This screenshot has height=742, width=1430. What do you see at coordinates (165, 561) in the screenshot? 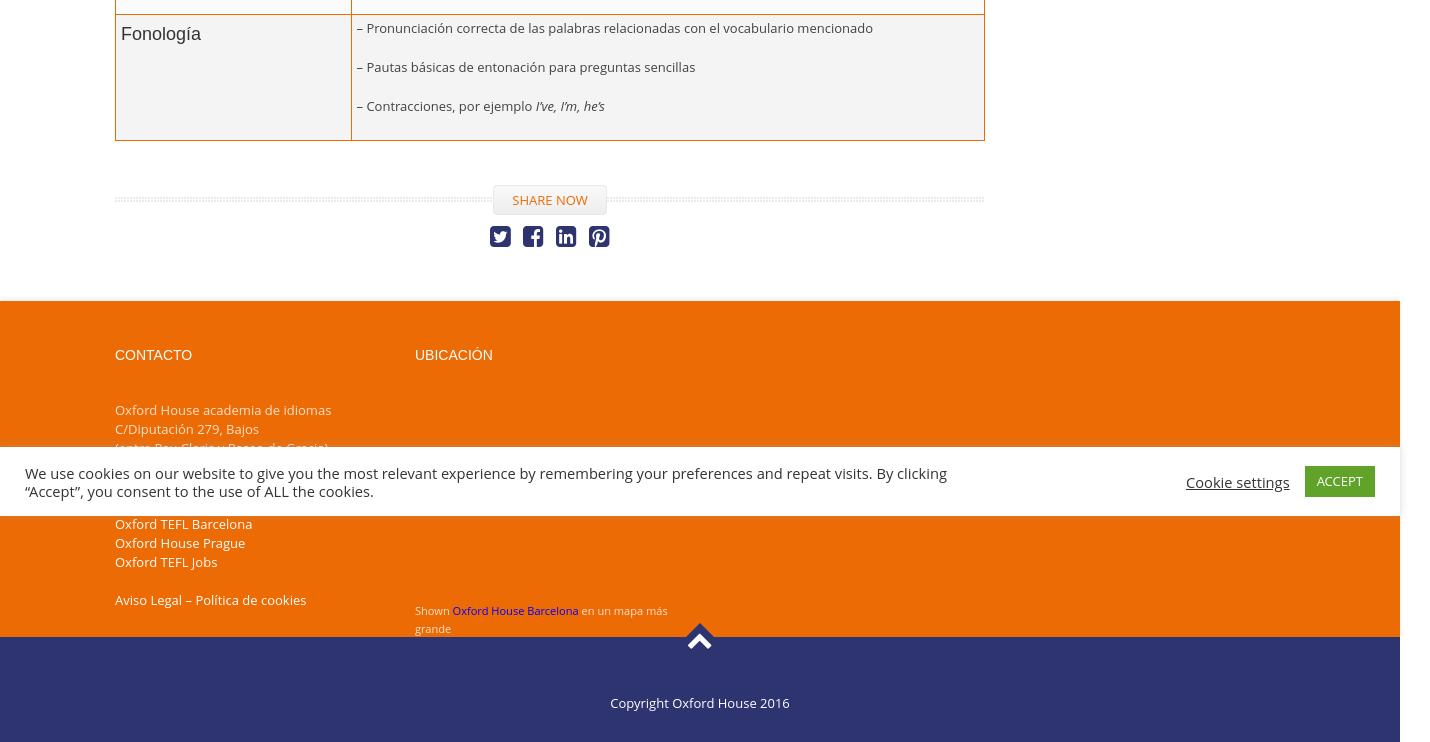
I see `'Oxford TEFL Jobs'` at bounding box center [165, 561].